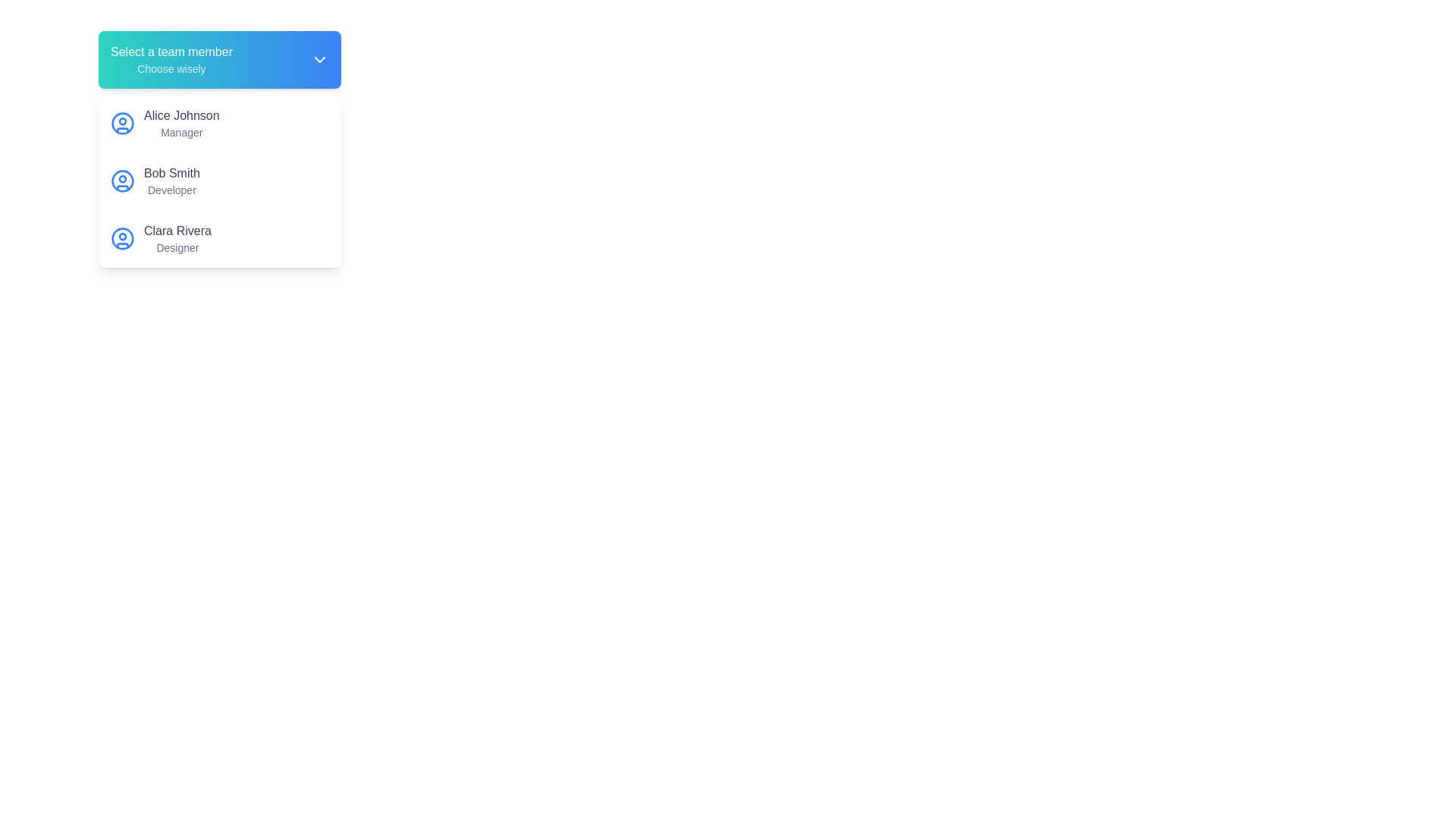 This screenshot has width=1456, height=819. What do you see at coordinates (218, 122) in the screenshot?
I see `the first selectable list item in the dropdown menu titled 'Select a team member'` at bounding box center [218, 122].